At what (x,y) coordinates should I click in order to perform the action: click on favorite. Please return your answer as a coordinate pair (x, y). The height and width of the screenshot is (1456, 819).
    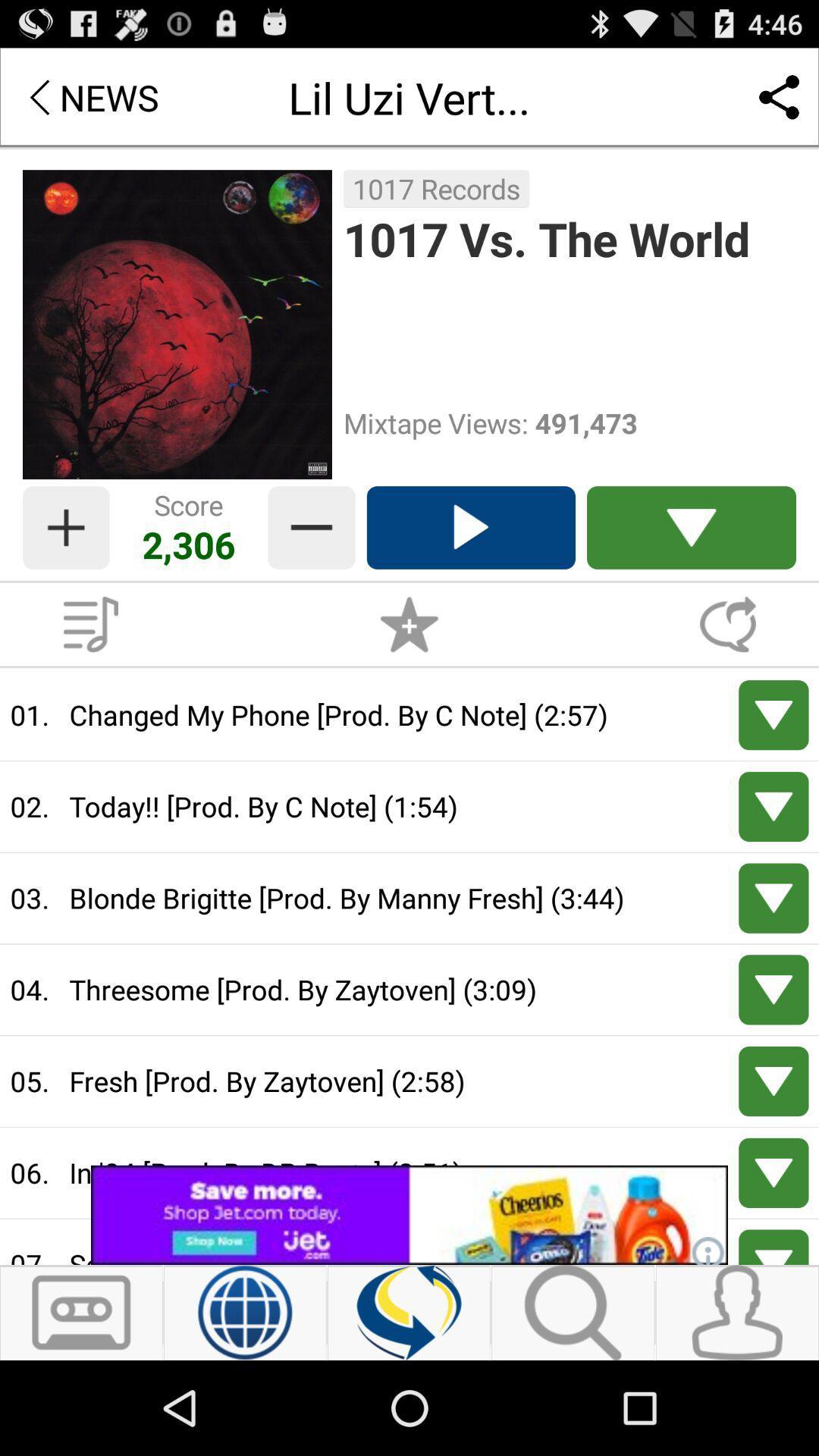
    Looking at the image, I should click on (409, 624).